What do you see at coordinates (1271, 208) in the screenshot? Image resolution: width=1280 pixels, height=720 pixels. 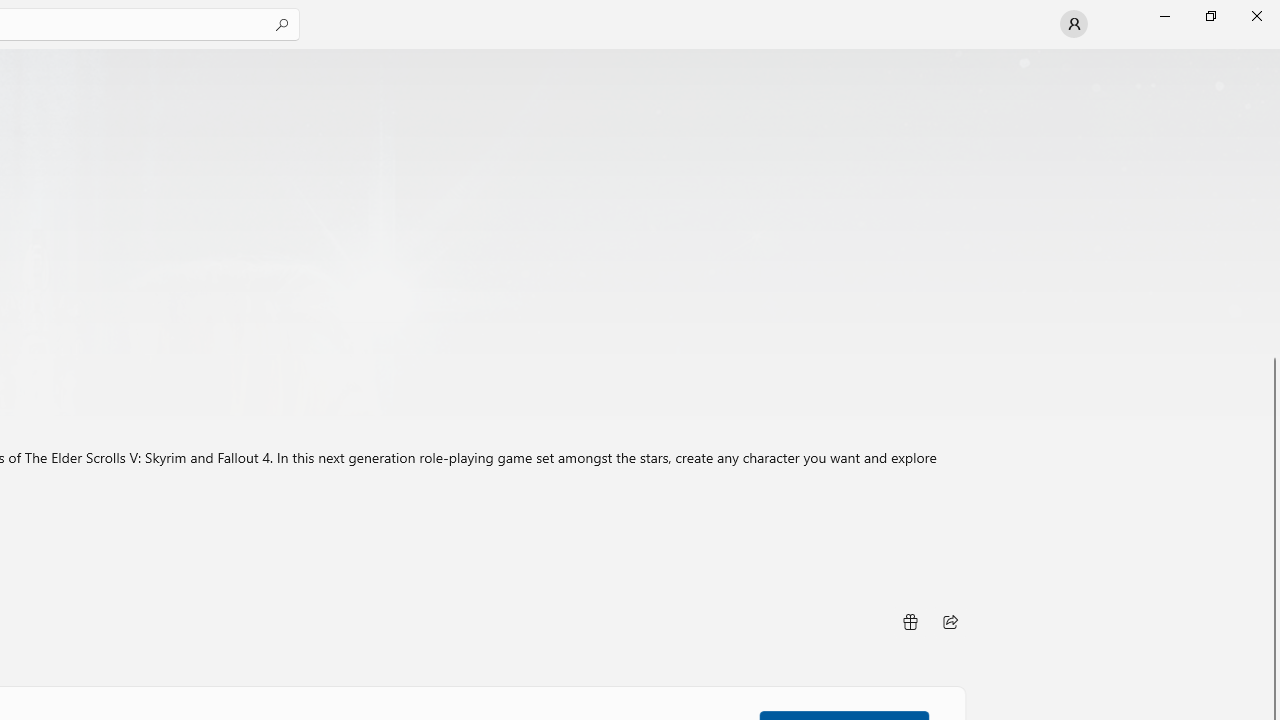 I see `'Vertical Large Decrease'` at bounding box center [1271, 208].